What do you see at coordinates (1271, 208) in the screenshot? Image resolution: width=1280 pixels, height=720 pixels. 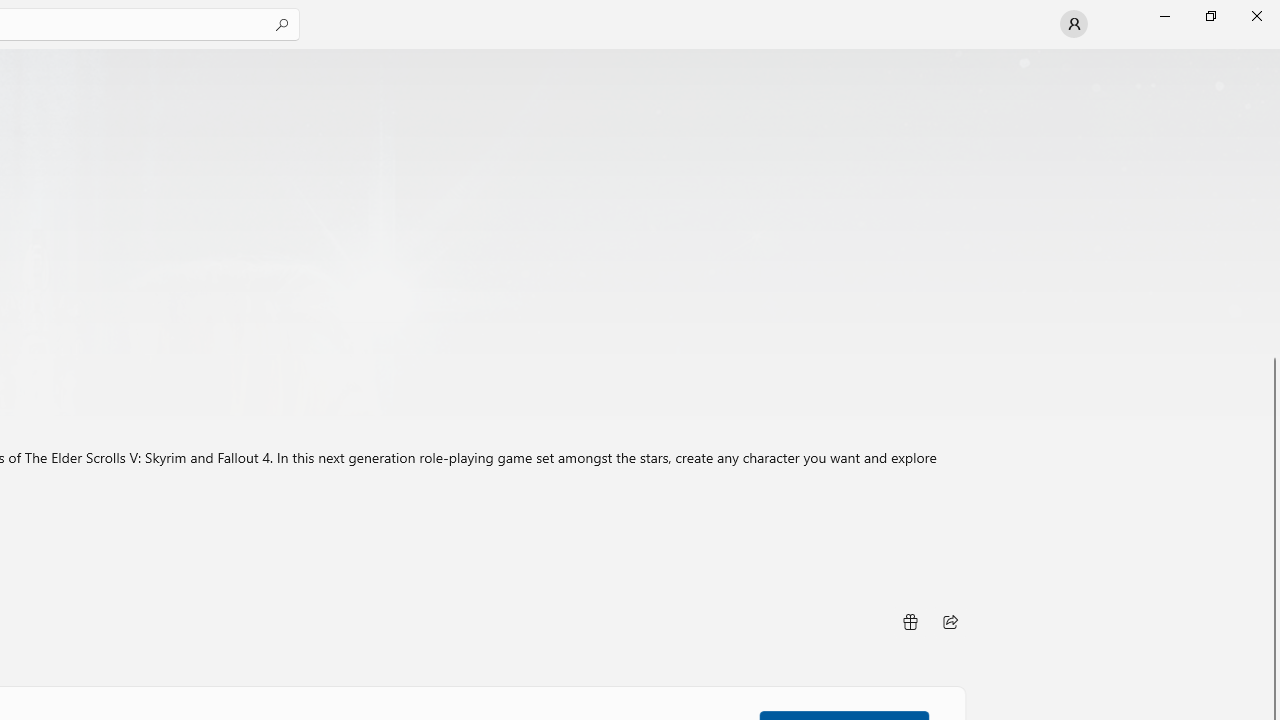 I see `'Vertical Large Decrease'` at bounding box center [1271, 208].